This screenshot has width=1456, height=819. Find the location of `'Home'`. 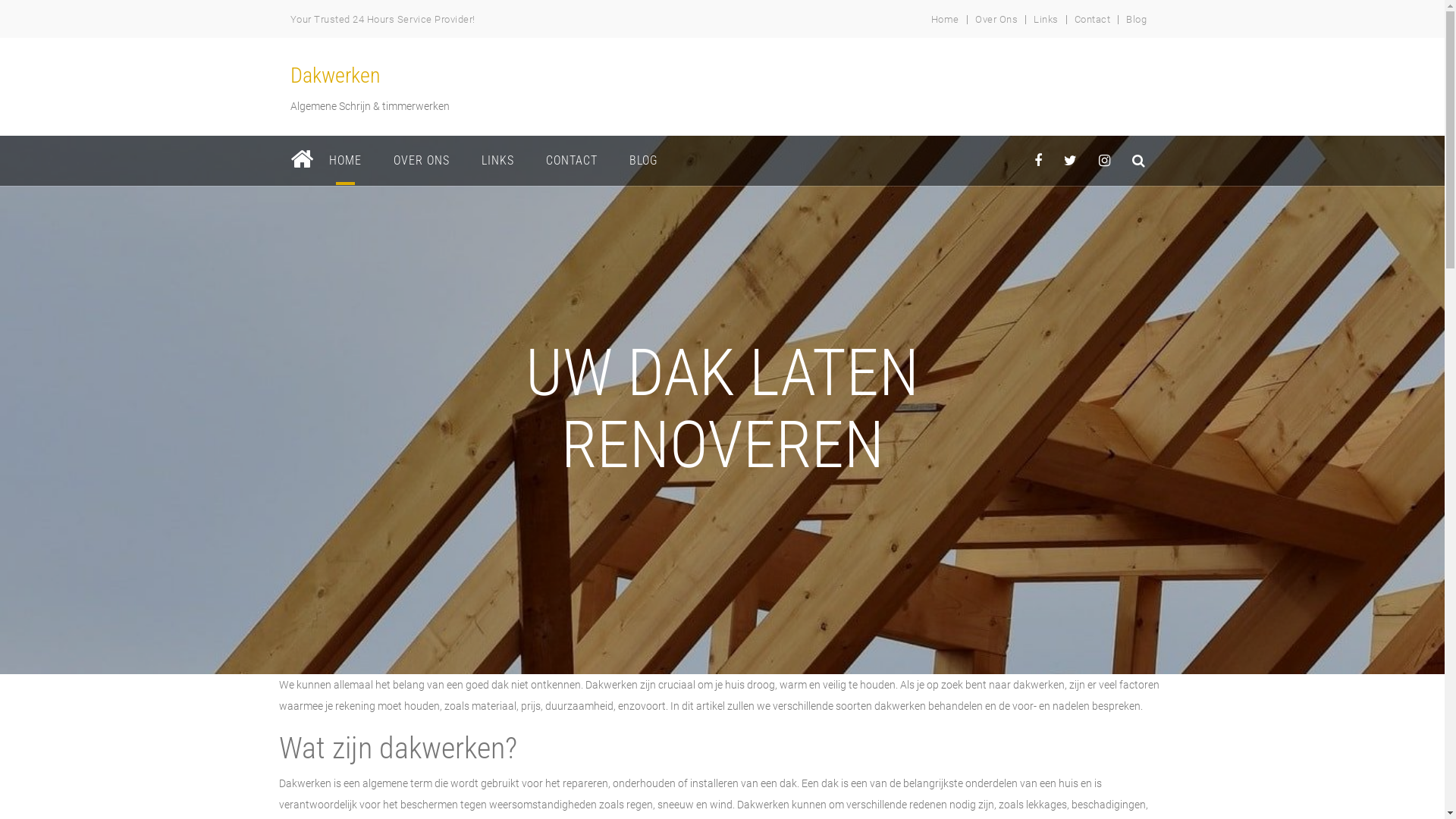

'Home' is located at coordinates (944, 19).